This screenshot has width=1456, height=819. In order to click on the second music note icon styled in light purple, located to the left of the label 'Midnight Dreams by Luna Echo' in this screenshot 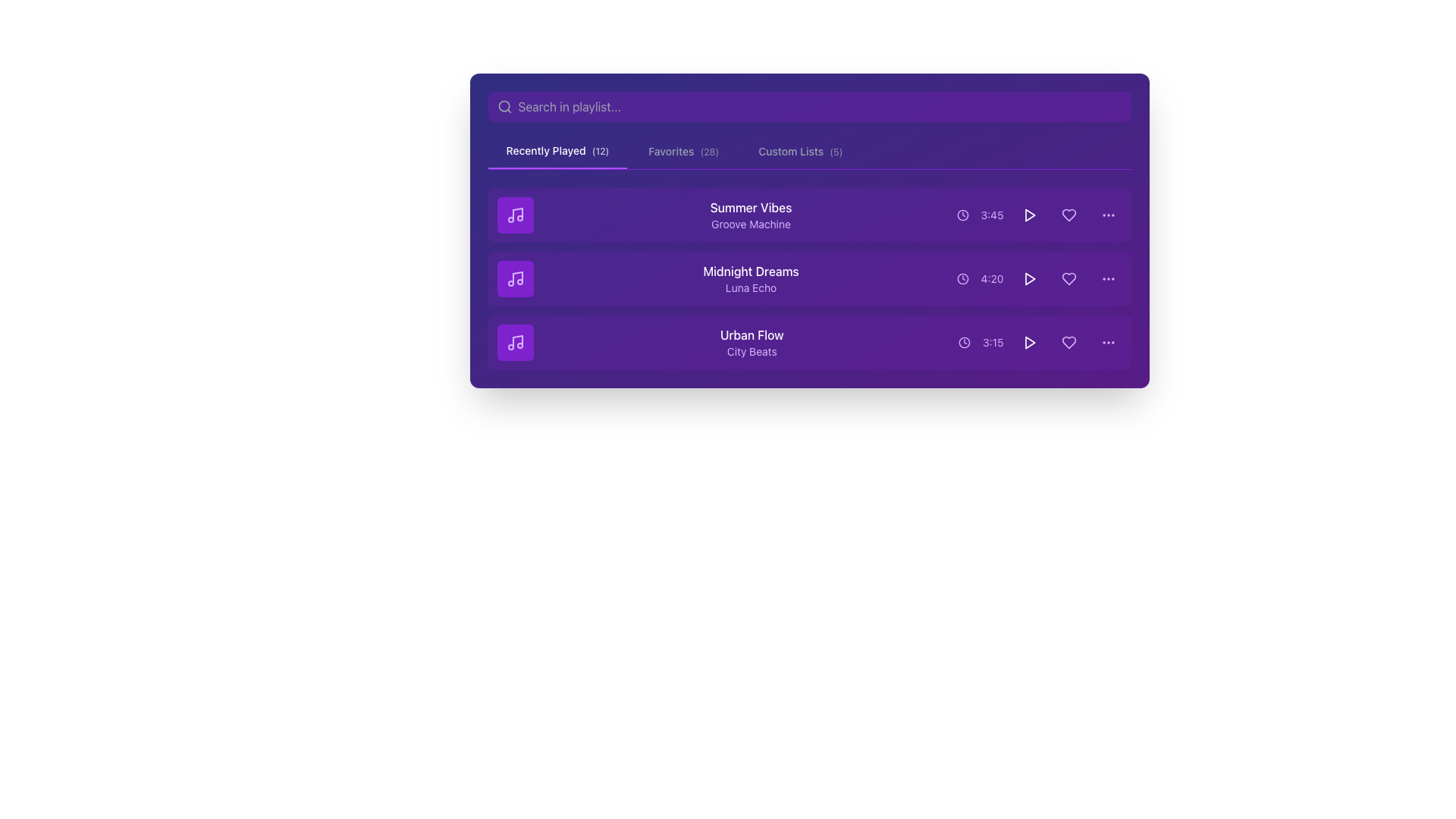, I will do `click(515, 278)`.